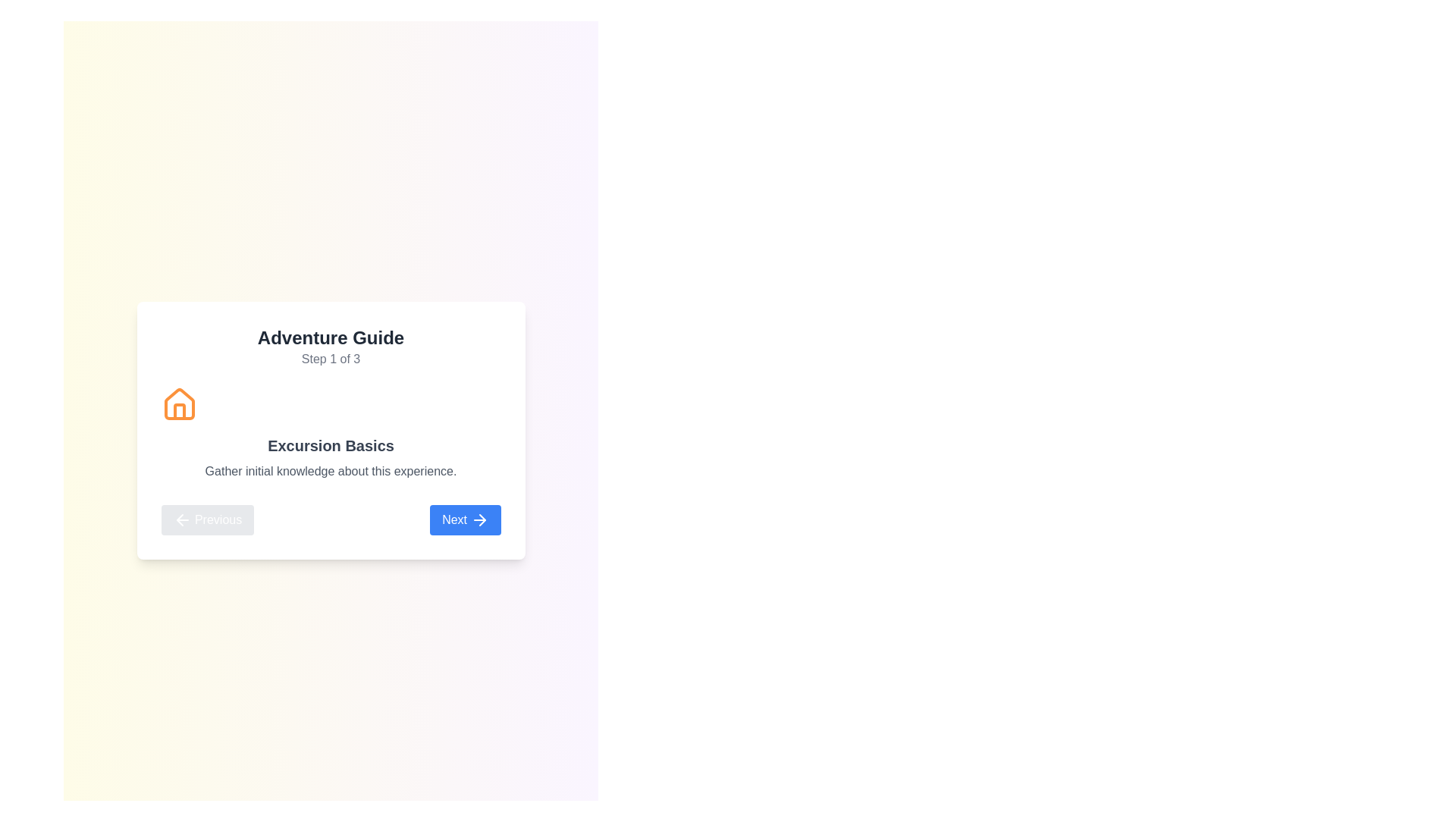 The image size is (1456, 819). I want to click on the title text element that indicates the name of the guide, located at the top of the content area within a light-colored card, so click(330, 337).